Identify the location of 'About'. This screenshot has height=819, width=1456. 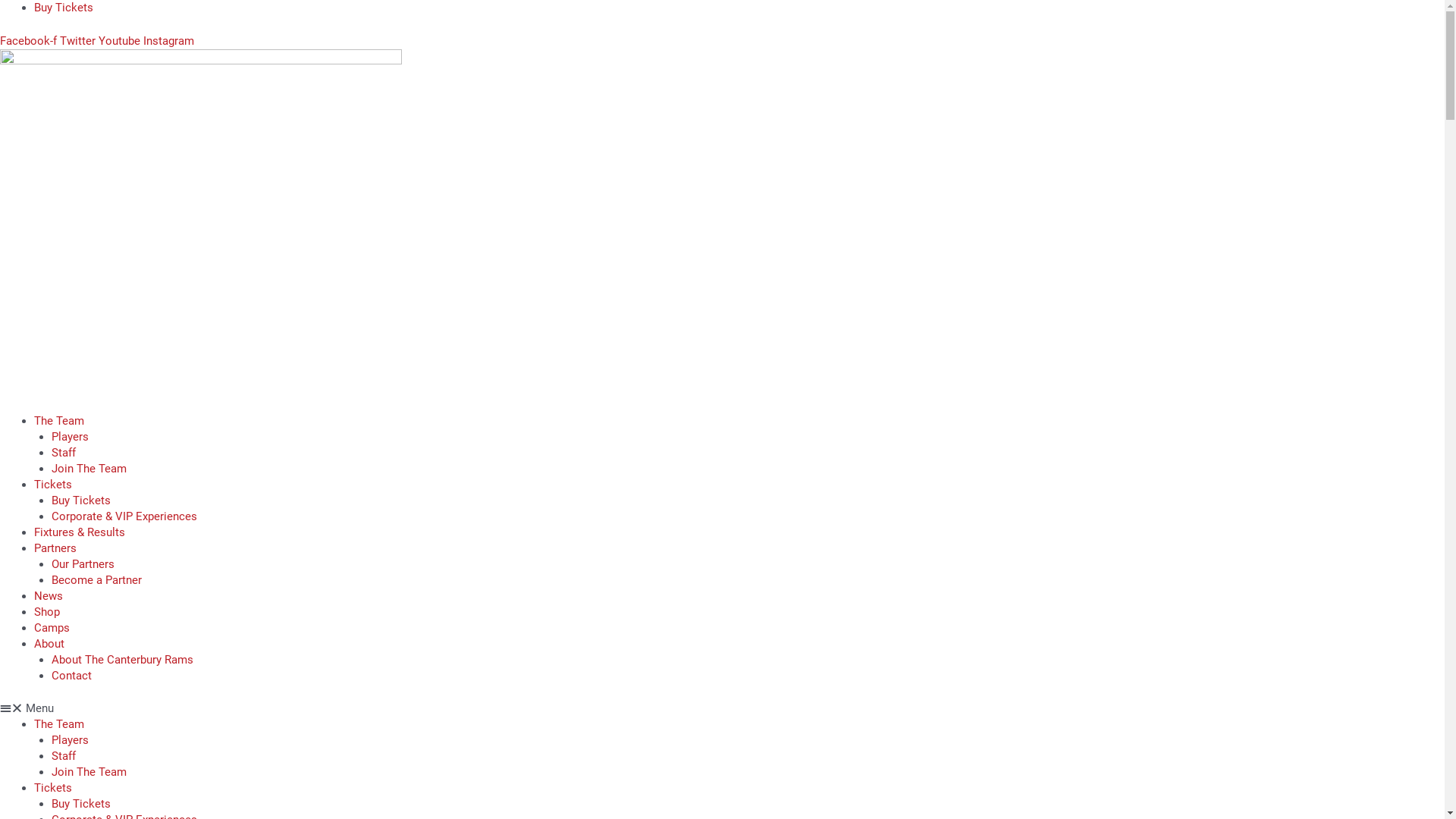
(49, 643).